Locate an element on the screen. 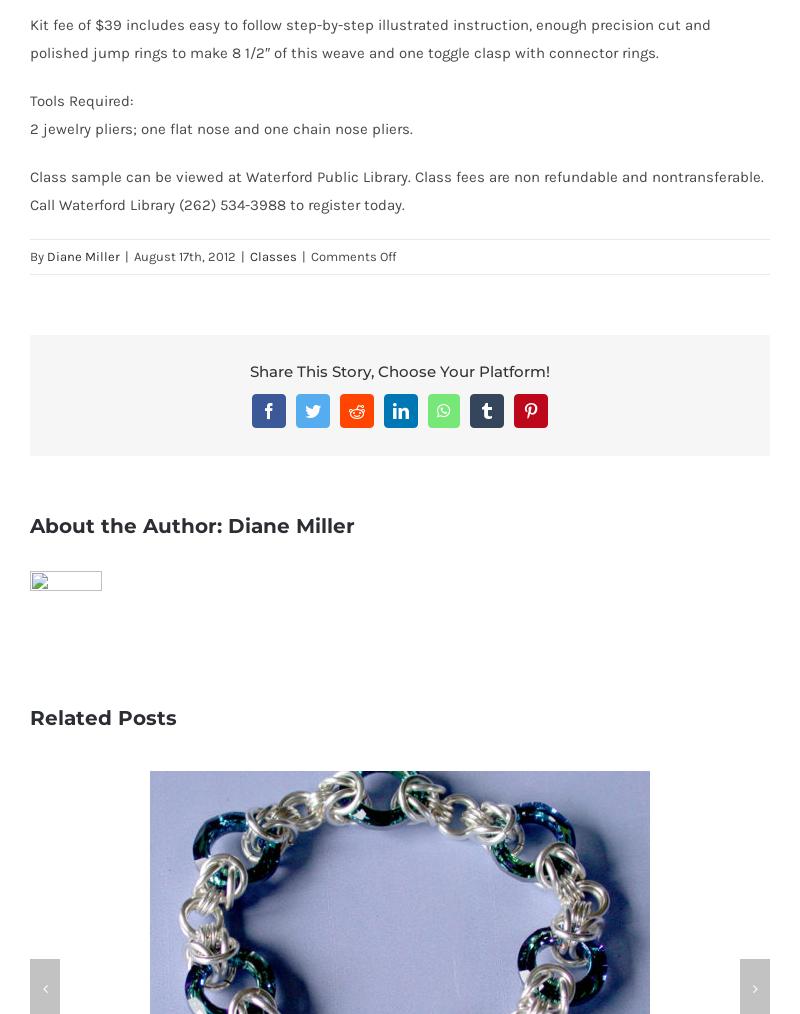  'Tools Required:' is located at coordinates (81, 99).